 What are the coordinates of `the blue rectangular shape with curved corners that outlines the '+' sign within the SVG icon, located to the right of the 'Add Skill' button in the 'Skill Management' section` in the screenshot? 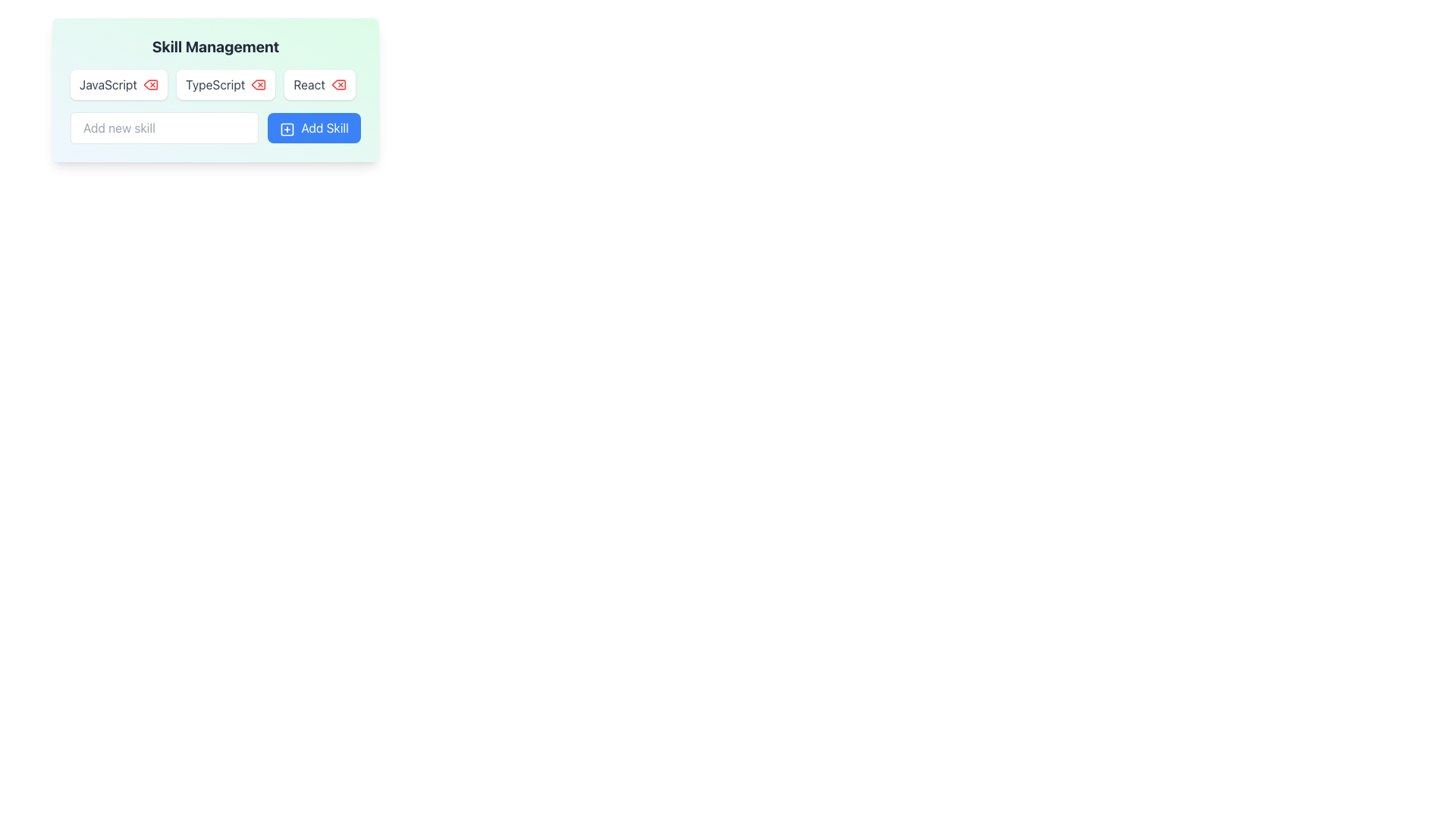 It's located at (287, 128).